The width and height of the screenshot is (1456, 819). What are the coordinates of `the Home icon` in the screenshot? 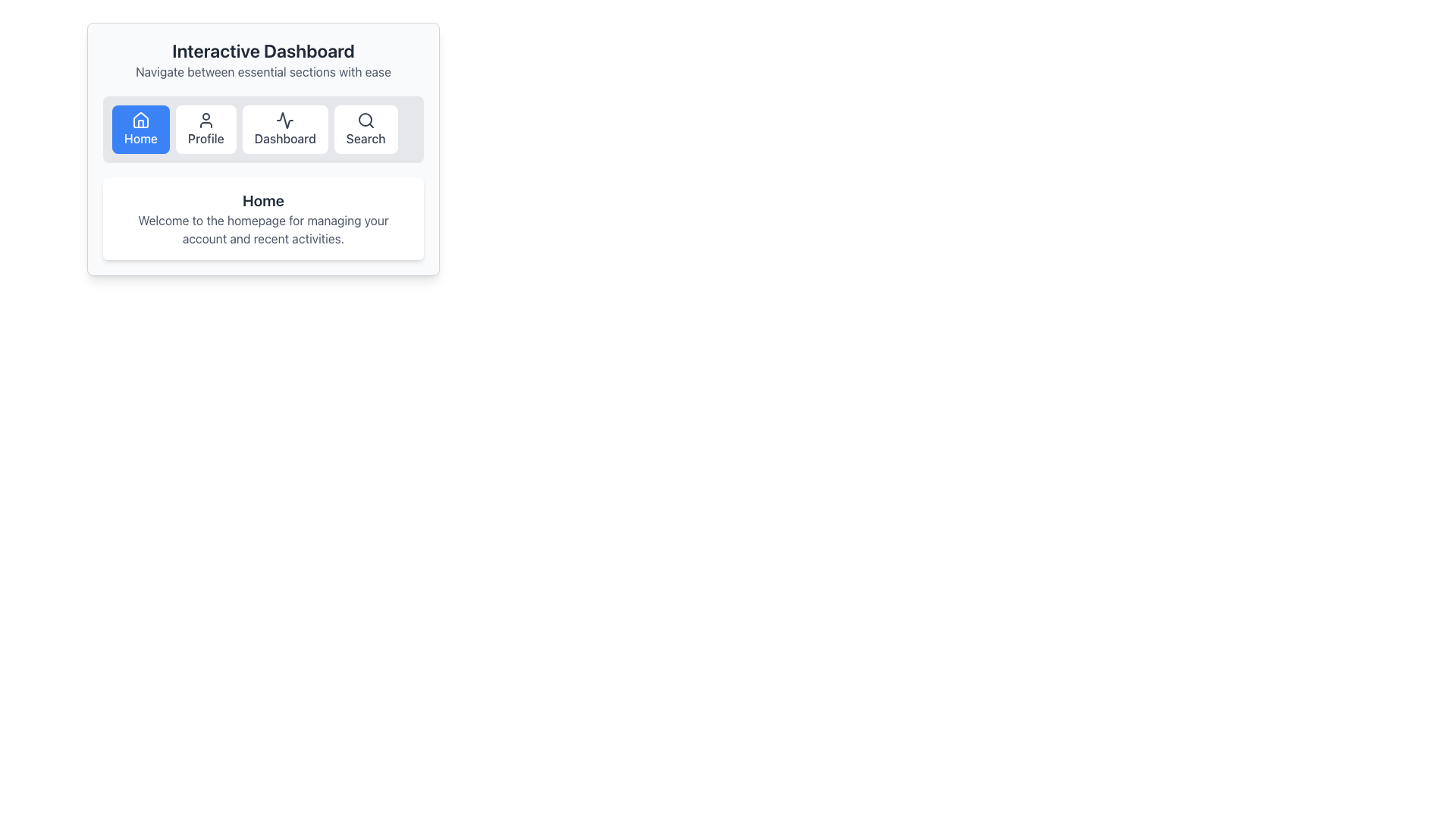 It's located at (141, 119).